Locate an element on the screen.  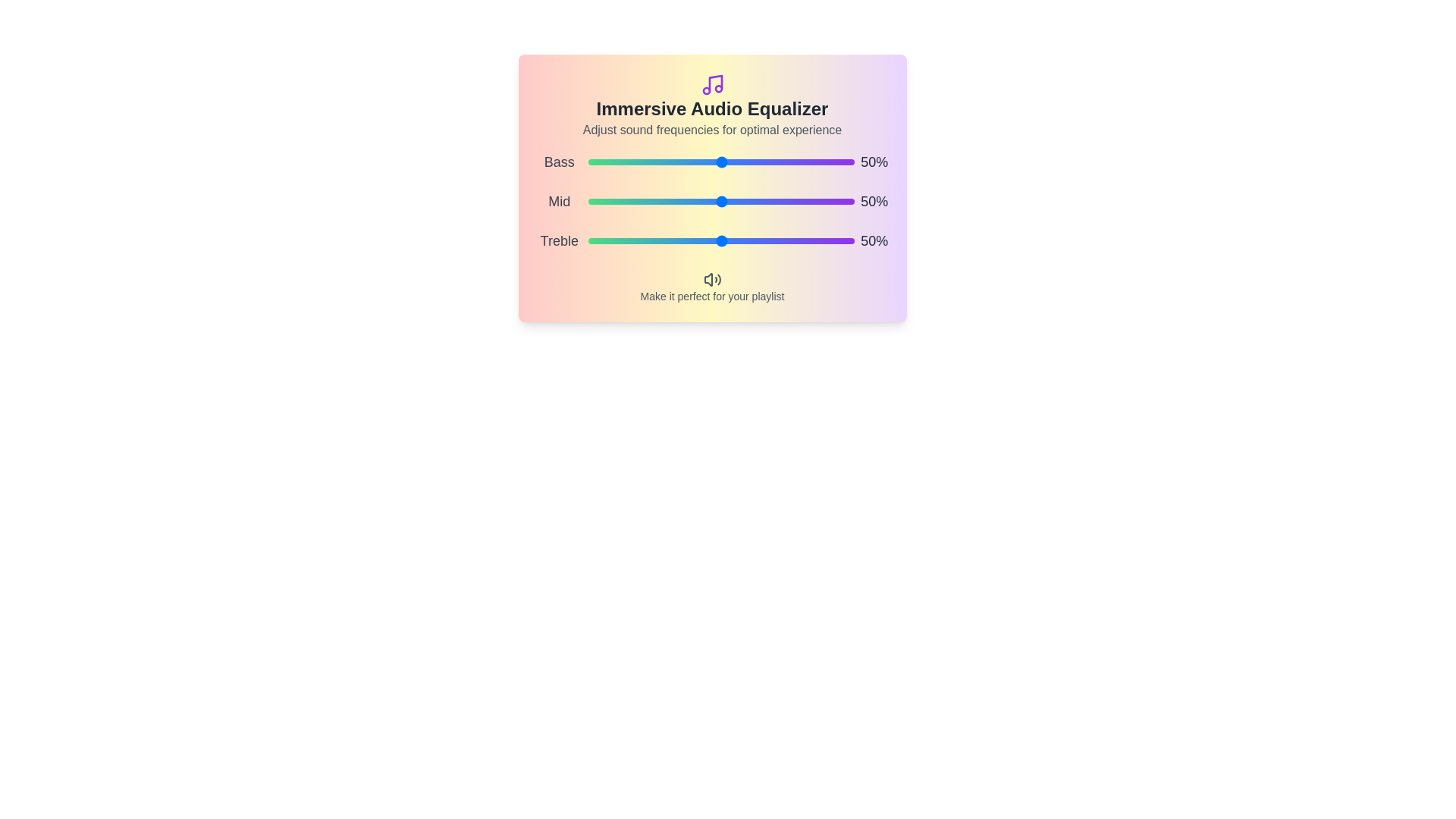
the 0 slider to 70% is located at coordinates (814, 162).